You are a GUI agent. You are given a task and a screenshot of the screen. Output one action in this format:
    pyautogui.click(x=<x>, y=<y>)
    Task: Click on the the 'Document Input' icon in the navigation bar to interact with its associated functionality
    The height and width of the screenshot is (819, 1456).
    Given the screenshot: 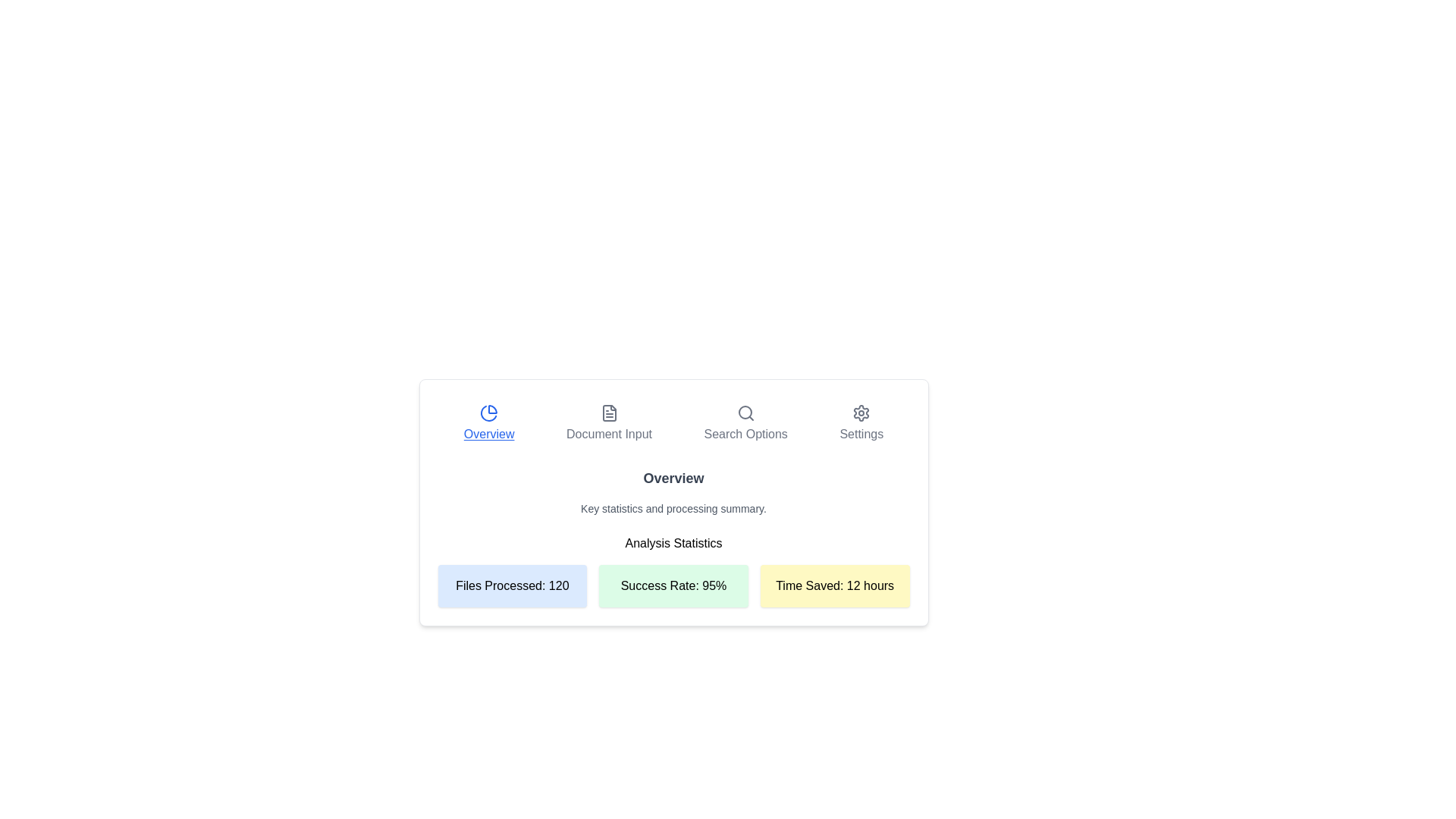 What is the action you would take?
    pyautogui.click(x=609, y=413)
    